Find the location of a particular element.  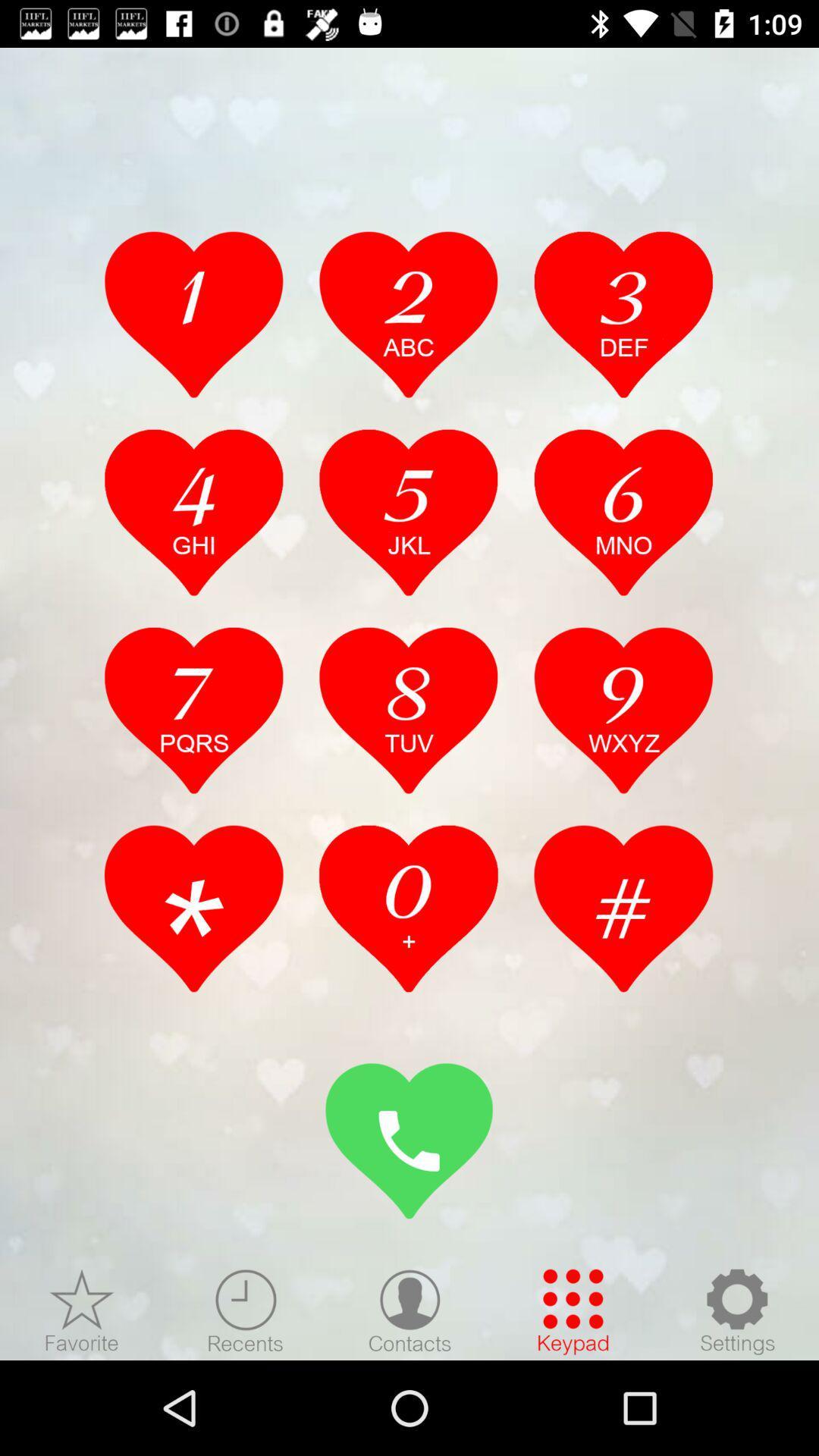

number pad is located at coordinates (193, 709).